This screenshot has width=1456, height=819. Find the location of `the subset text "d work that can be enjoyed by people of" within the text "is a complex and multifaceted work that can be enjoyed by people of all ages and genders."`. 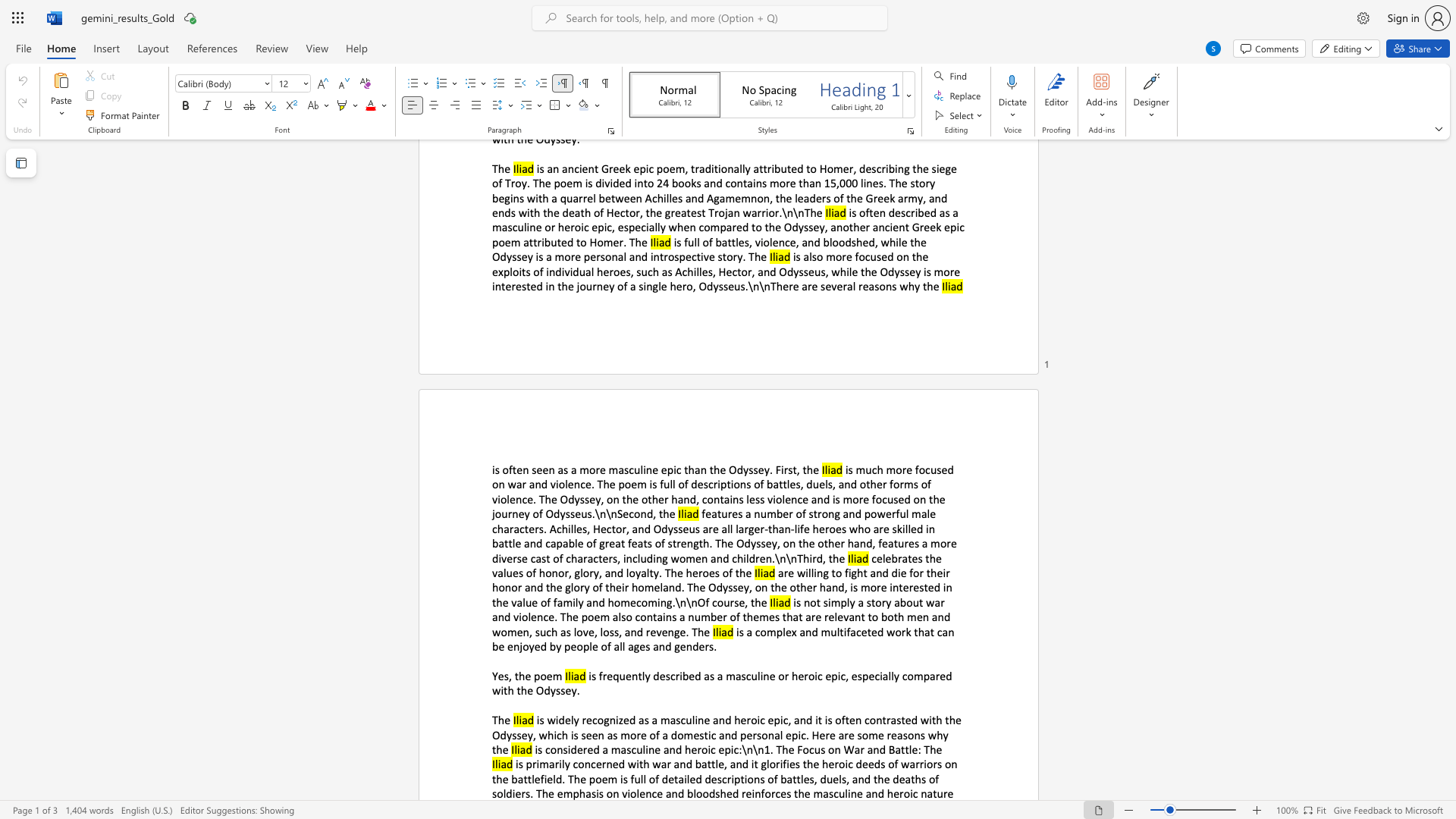

the subset text "d work that can be enjoyed by people of" within the text "is a complex and multifaceted work that can be enjoyed by people of all ages and genders." is located at coordinates (877, 632).